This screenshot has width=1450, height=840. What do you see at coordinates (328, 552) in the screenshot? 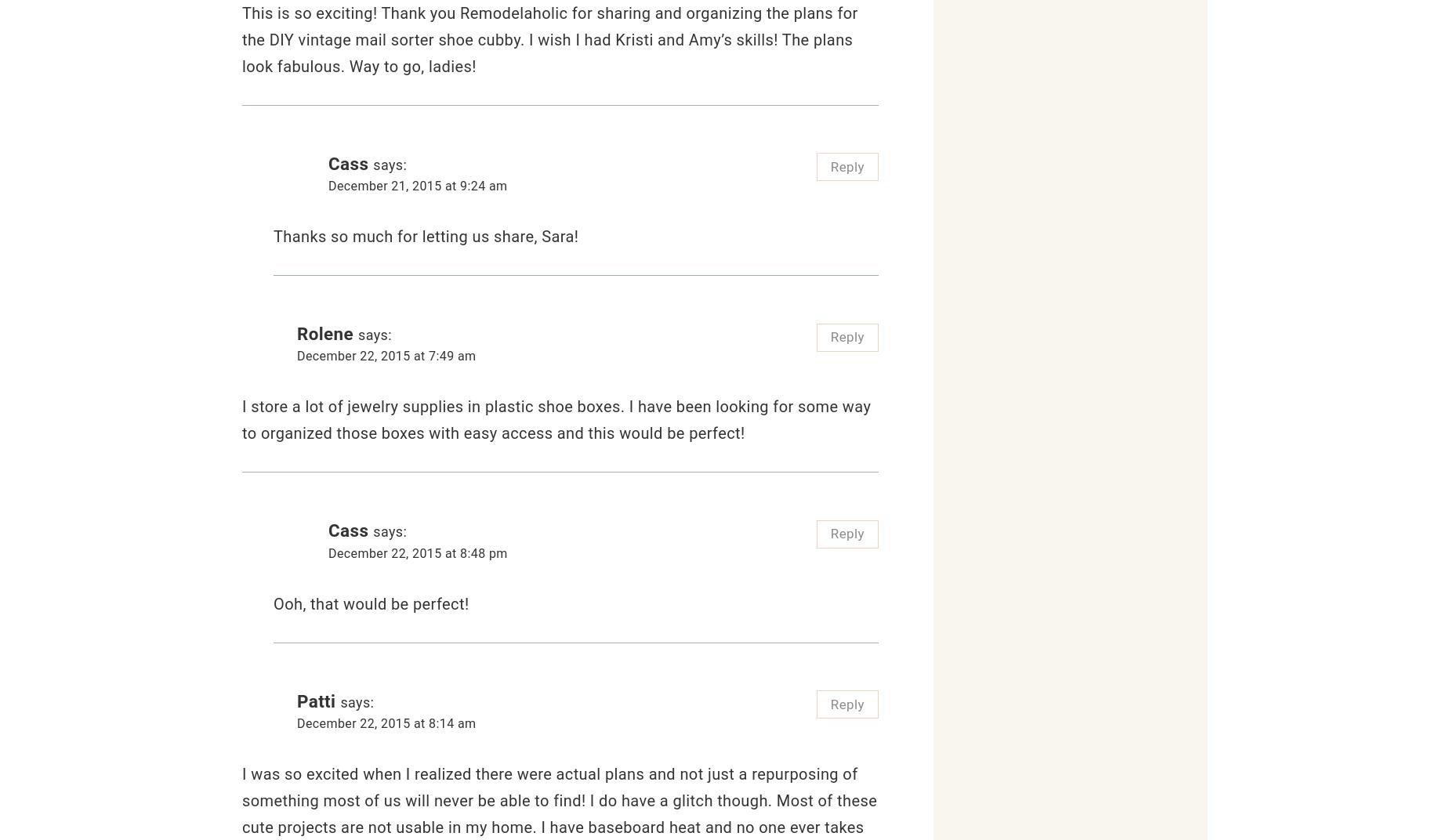
I see `'December 22, 2015 at 8:48 pm'` at bounding box center [328, 552].